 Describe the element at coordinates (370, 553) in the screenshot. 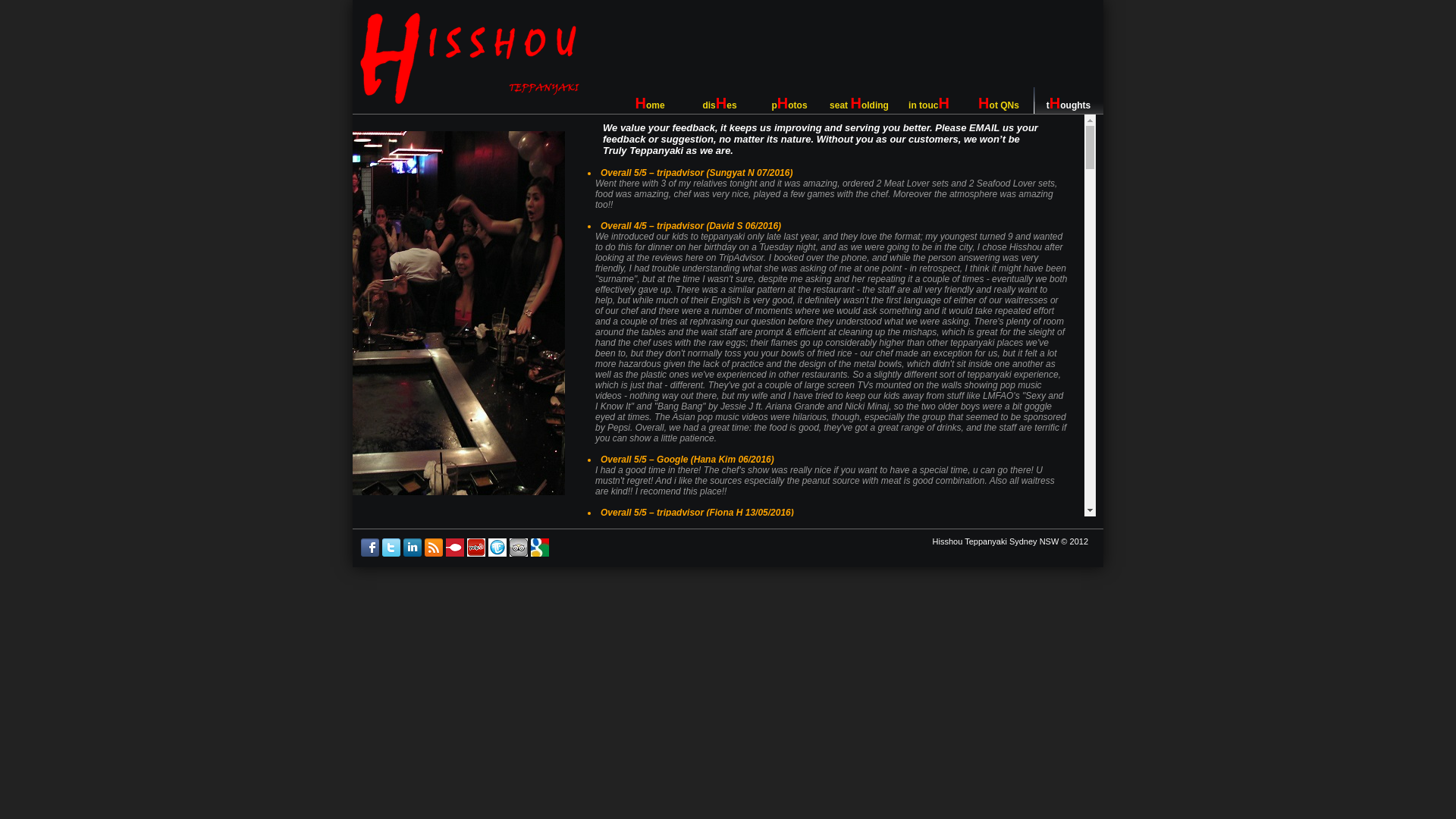

I see `'facebook'` at that location.